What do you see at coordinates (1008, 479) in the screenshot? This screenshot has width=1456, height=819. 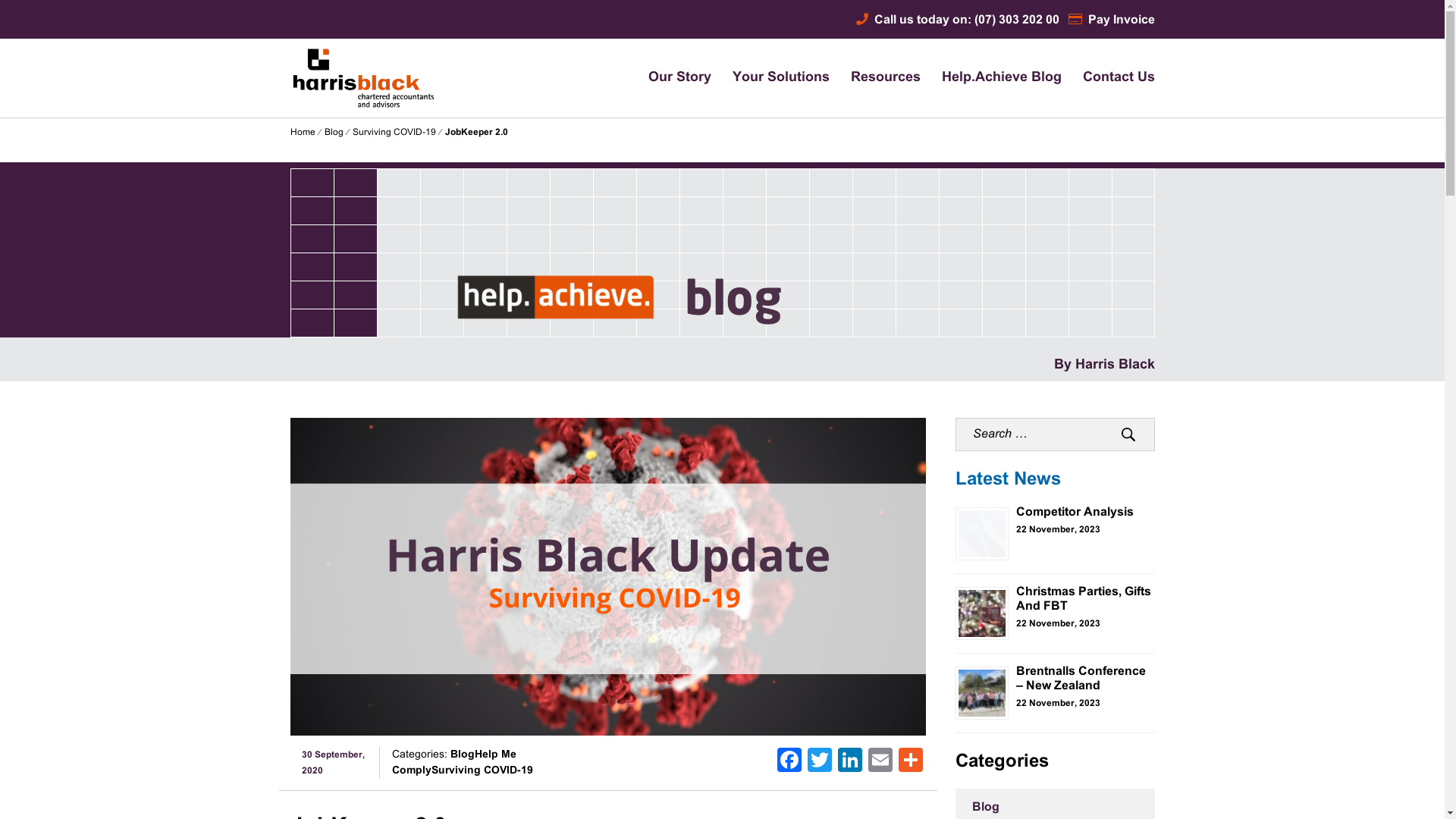 I see `'Latest News'` at bounding box center [1008, 479].